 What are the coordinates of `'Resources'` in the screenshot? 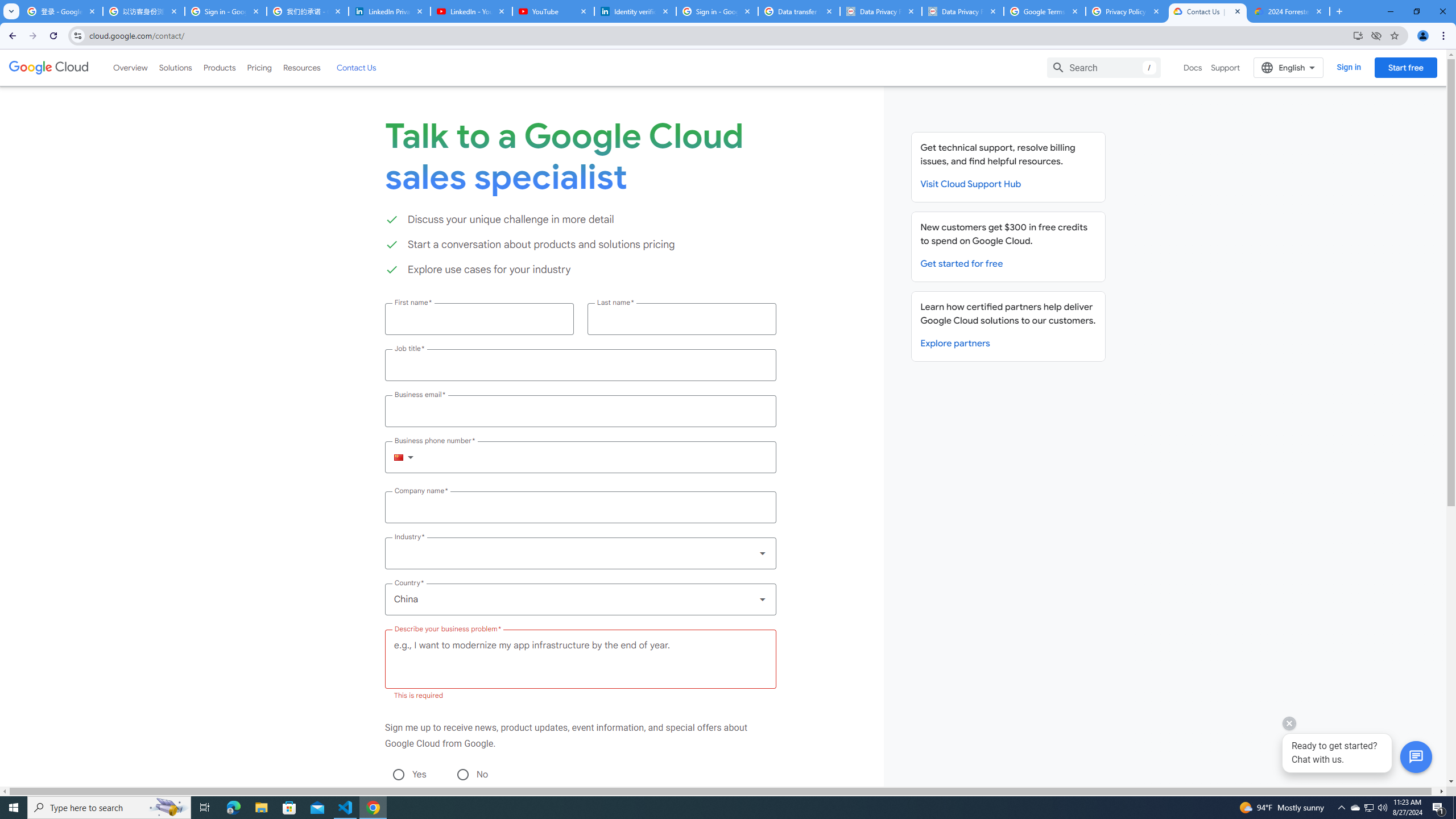 It's located at (301, 67).